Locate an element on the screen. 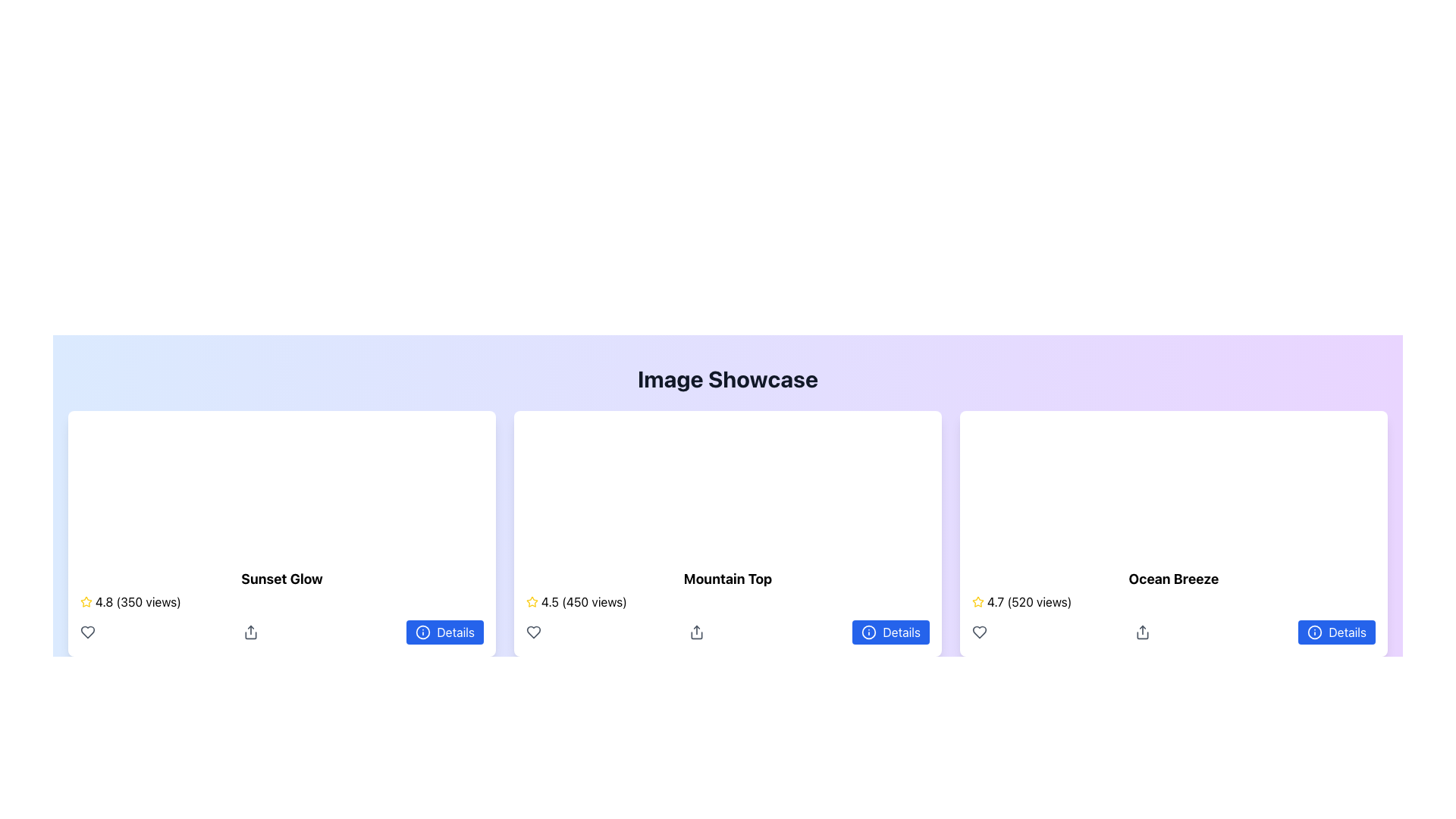  the heart icon located at the bottom left inside the 'Mountain Top' card is located at coordinates (534, 632).